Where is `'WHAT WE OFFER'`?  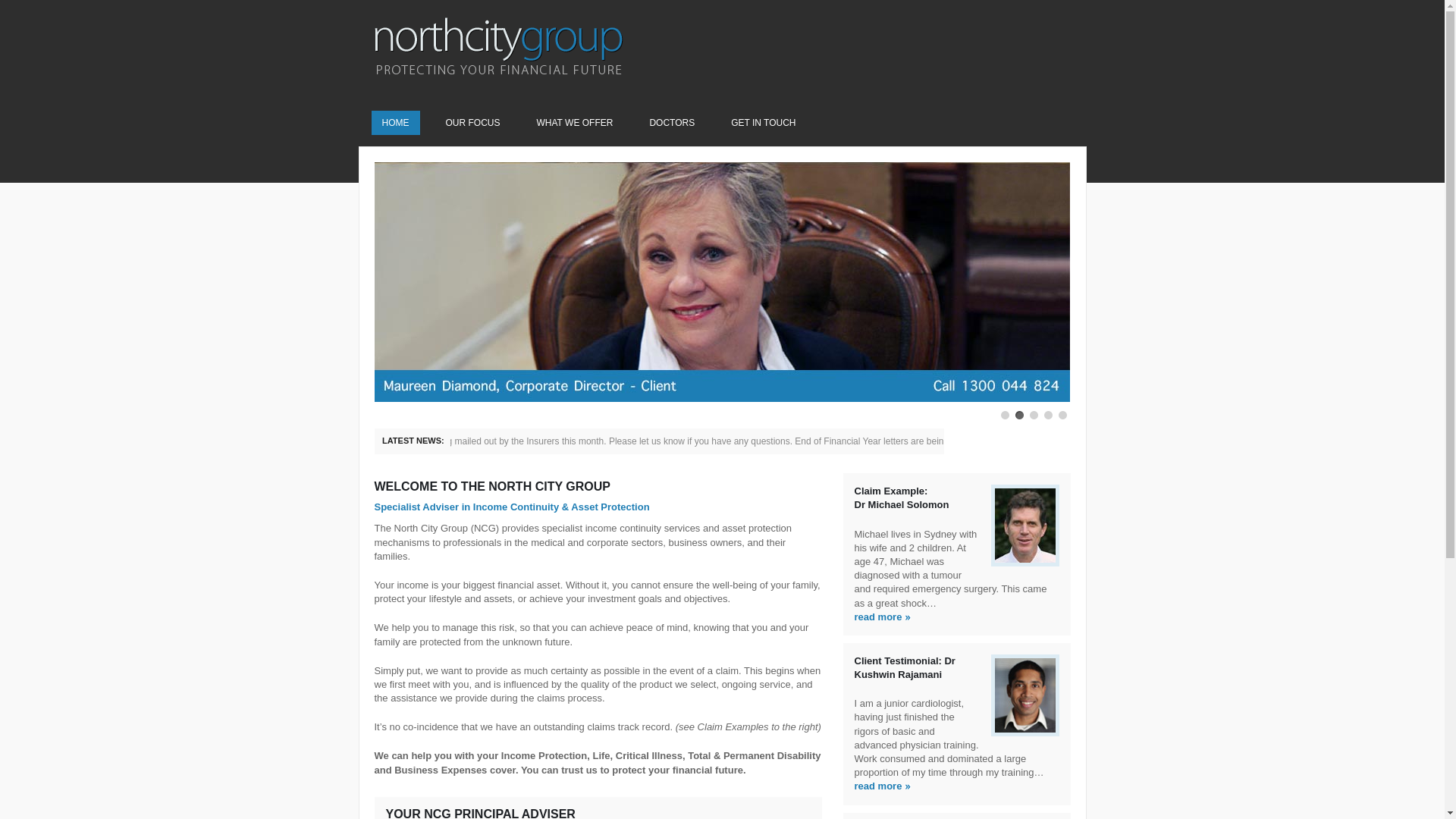
'WHAT WE OFFER' is located at coordinates (526, 122).